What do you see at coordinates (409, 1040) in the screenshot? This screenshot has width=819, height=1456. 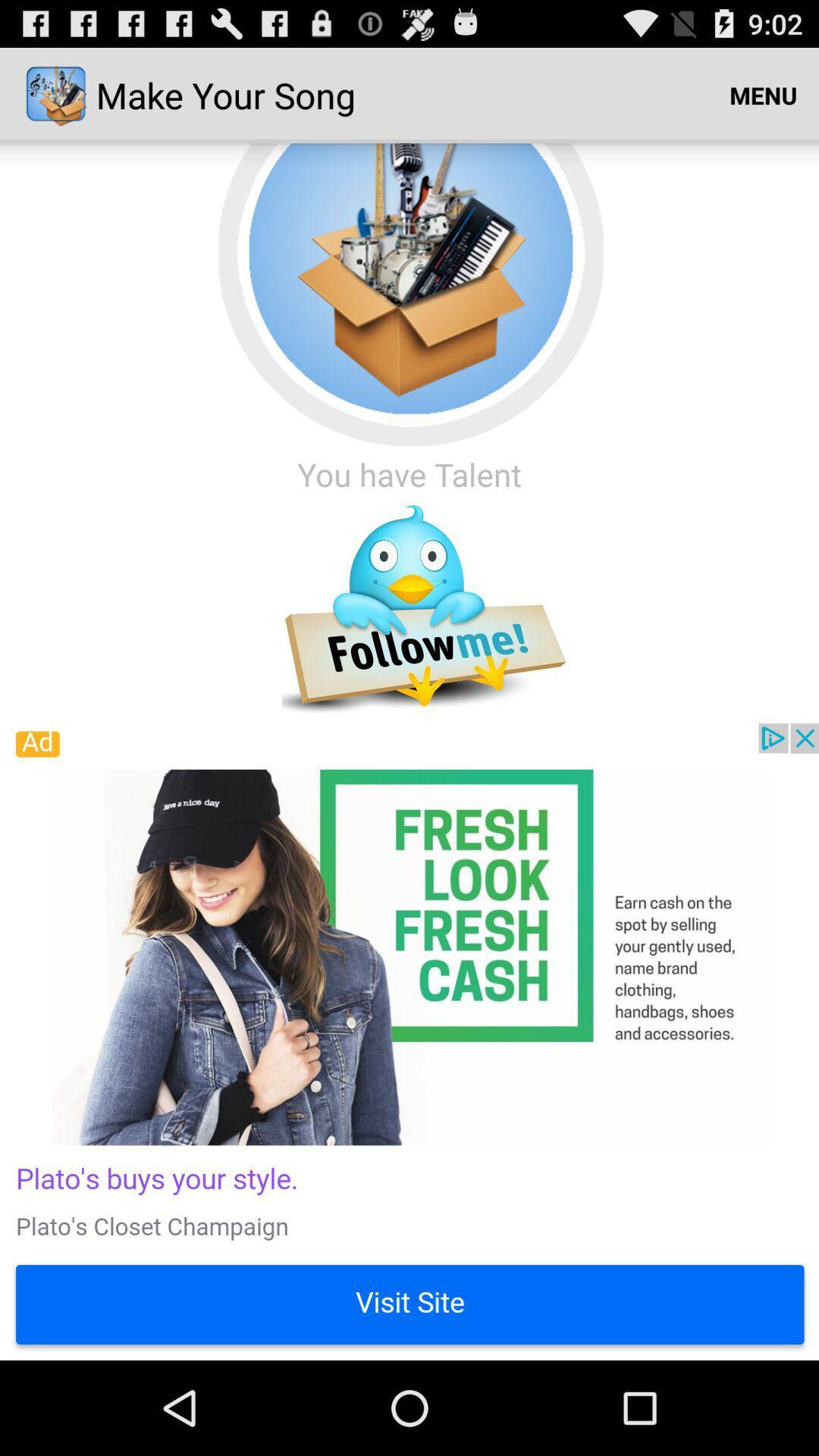 I see `visit another site` at bounding box center [409, 1040].